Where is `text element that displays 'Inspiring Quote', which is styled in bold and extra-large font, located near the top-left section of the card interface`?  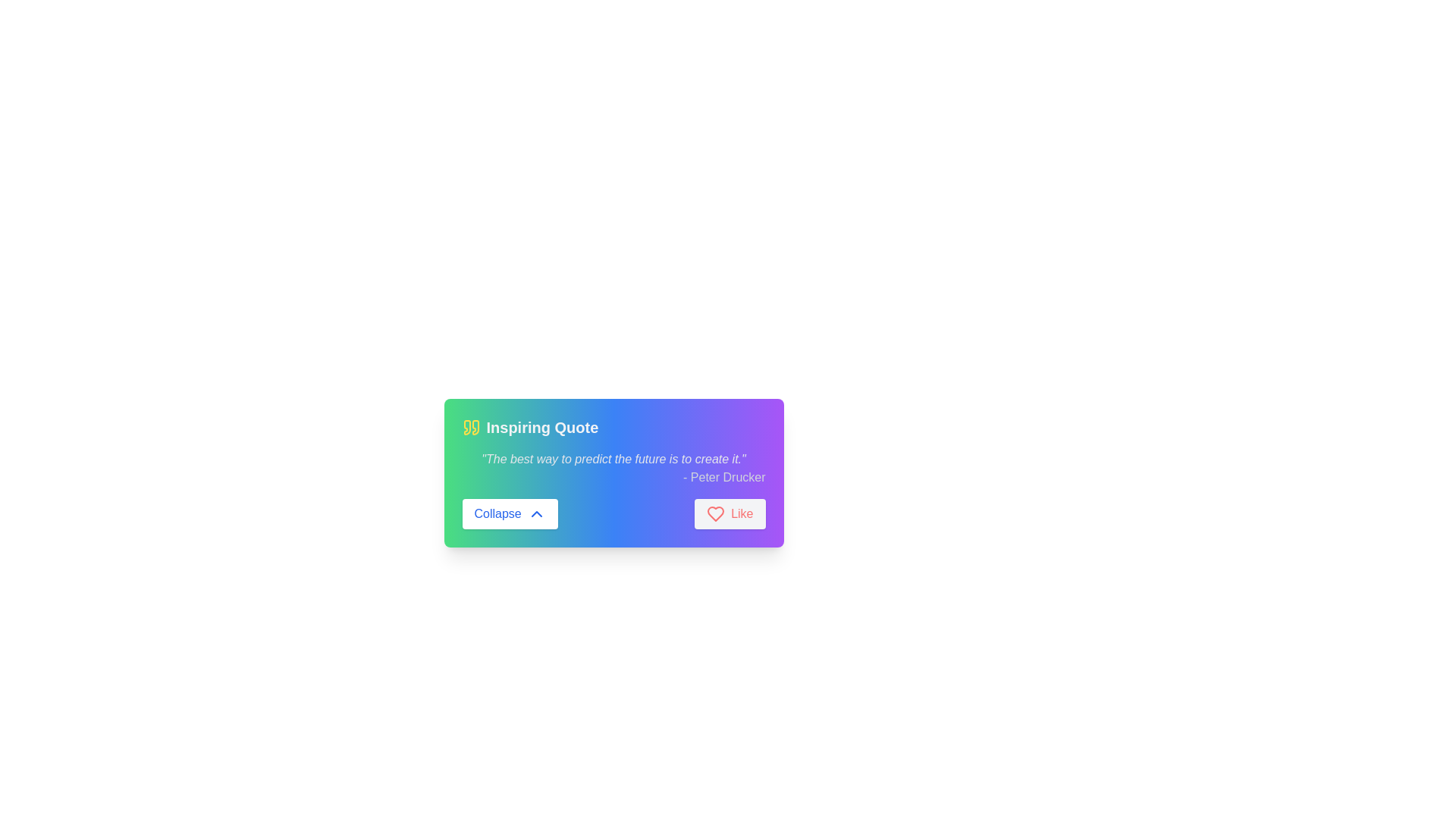 text element that displays 'Inspiring Quote', which is styled in bold and extra-large font, located near the top-left section of the card interface is located at coordinates (542, 427).